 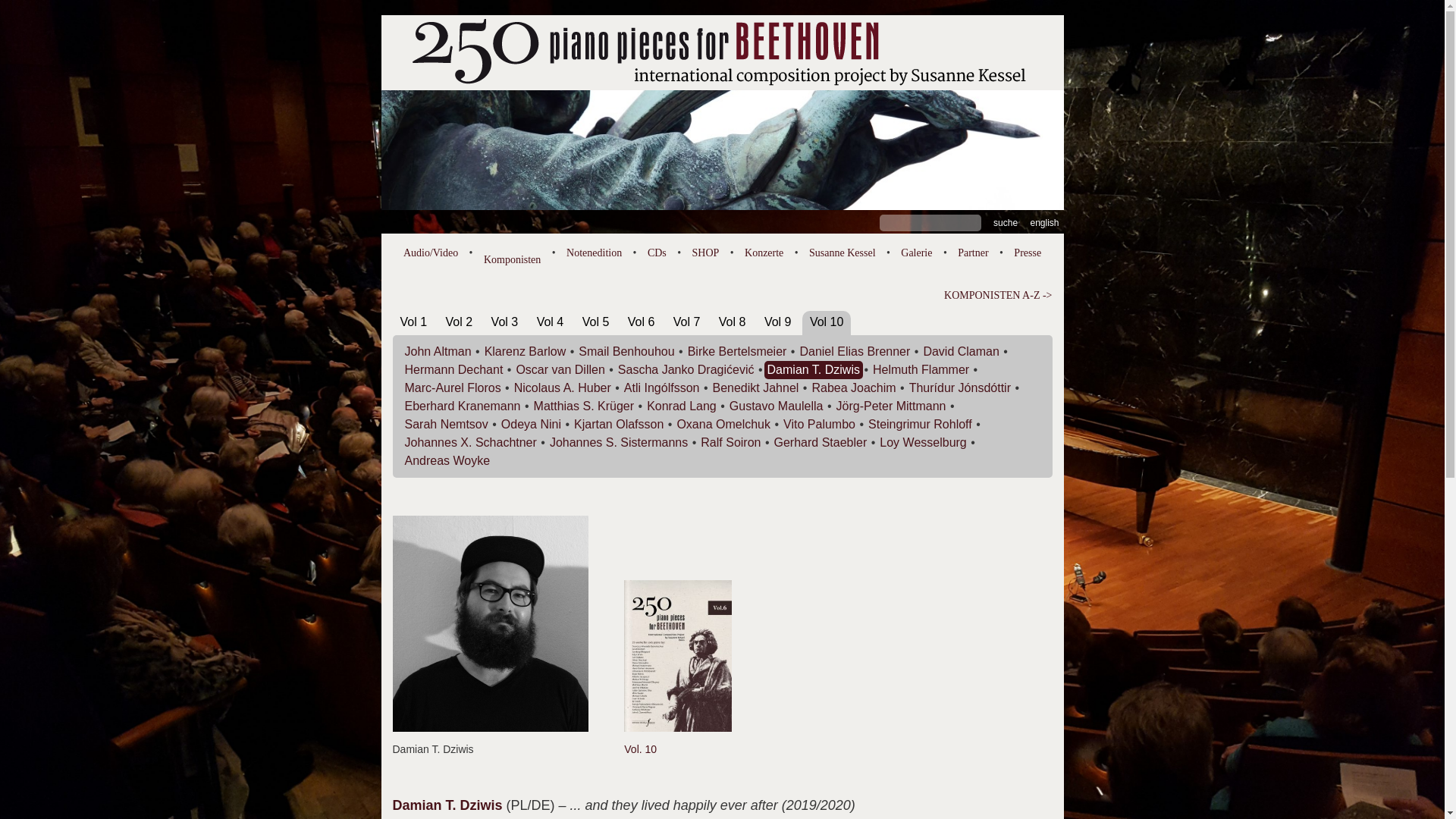 I want to click on 'Vol 7', so click(x=673, y=321).